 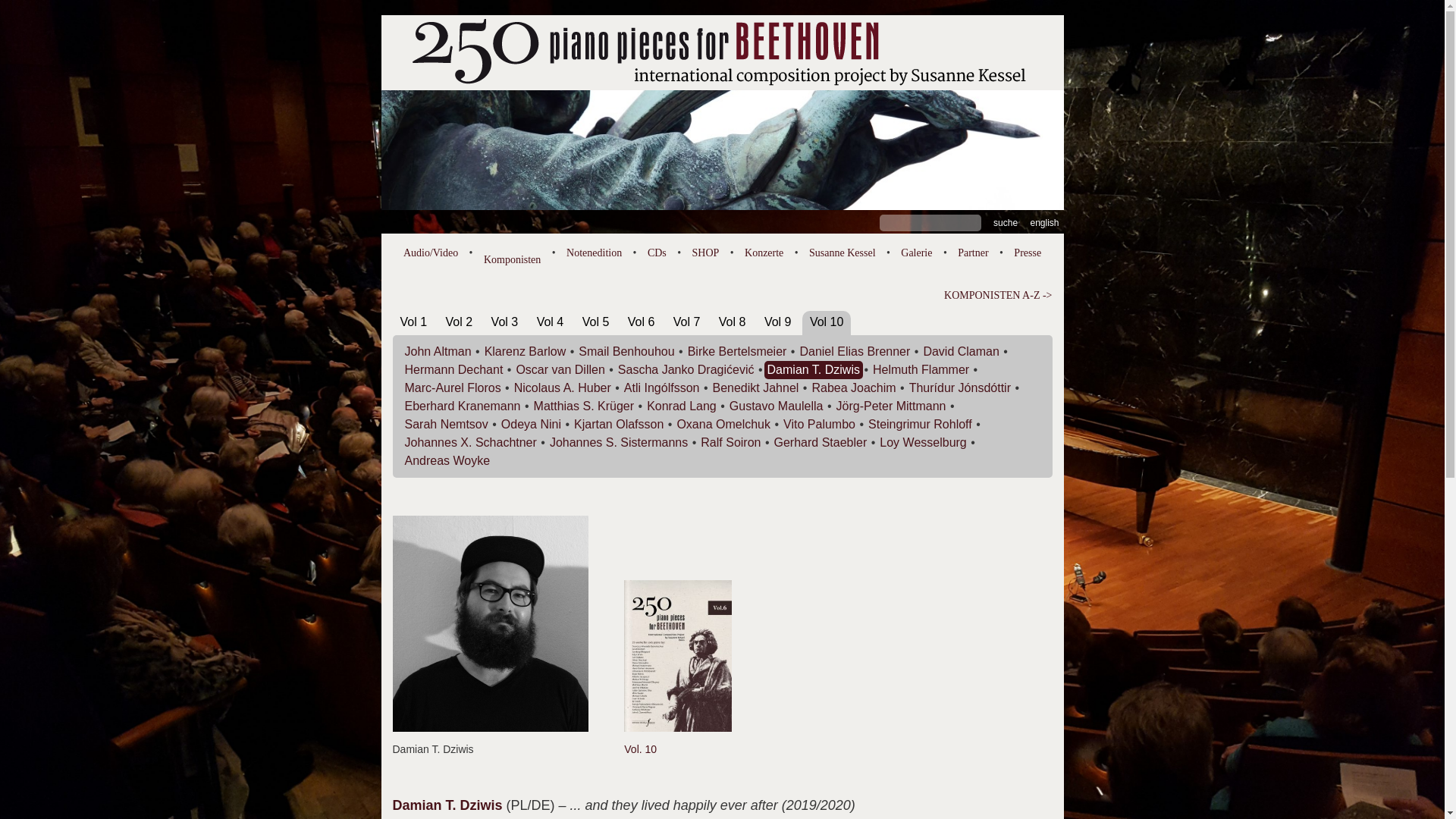 I want to click on 'Vol 7', so click(x=673, y=321).